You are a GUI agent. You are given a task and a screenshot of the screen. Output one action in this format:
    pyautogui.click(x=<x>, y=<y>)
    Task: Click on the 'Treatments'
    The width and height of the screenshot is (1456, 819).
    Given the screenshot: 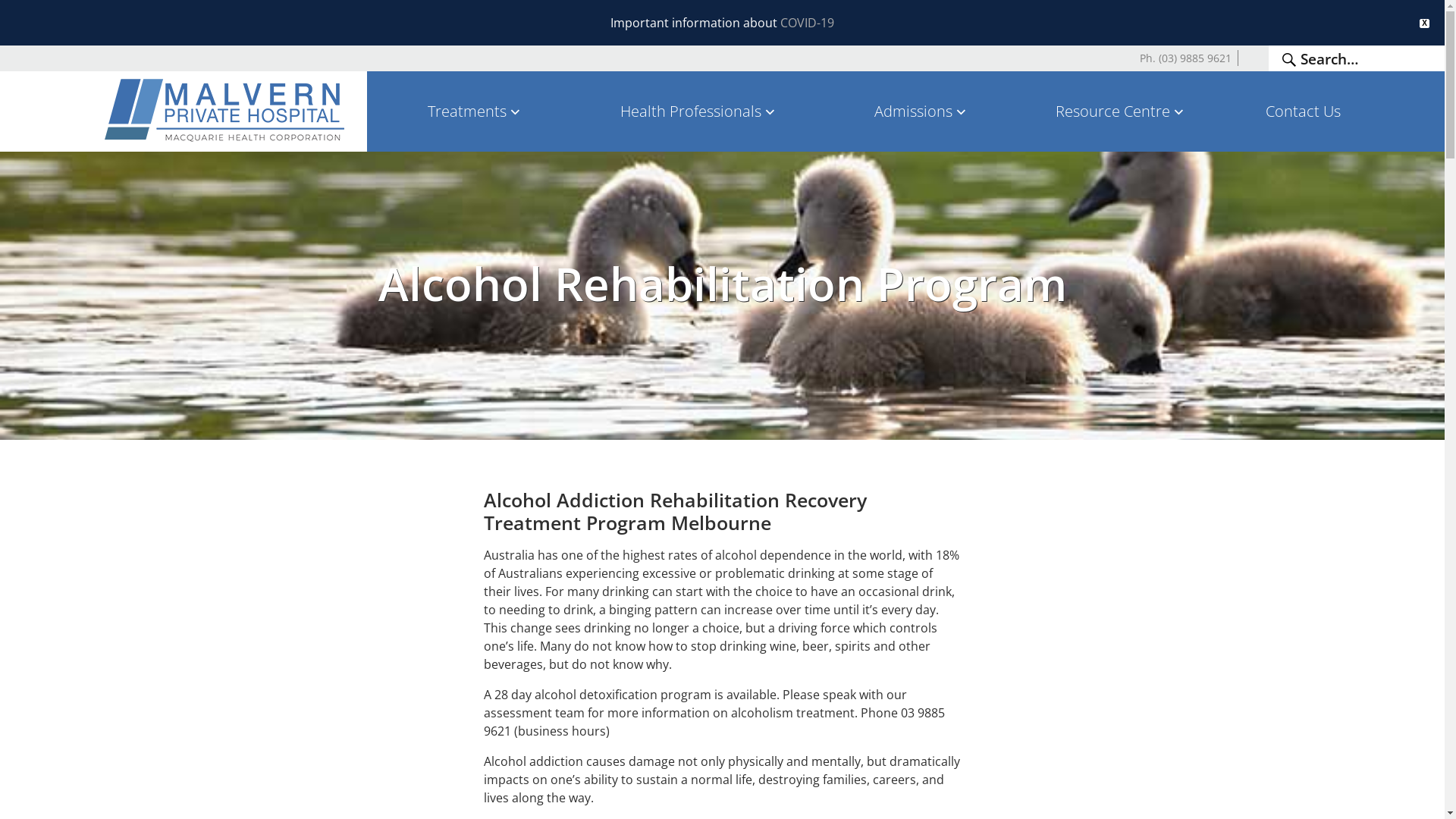 What is the action you would take?
    pyautogui.click(x=475, y=110)
    